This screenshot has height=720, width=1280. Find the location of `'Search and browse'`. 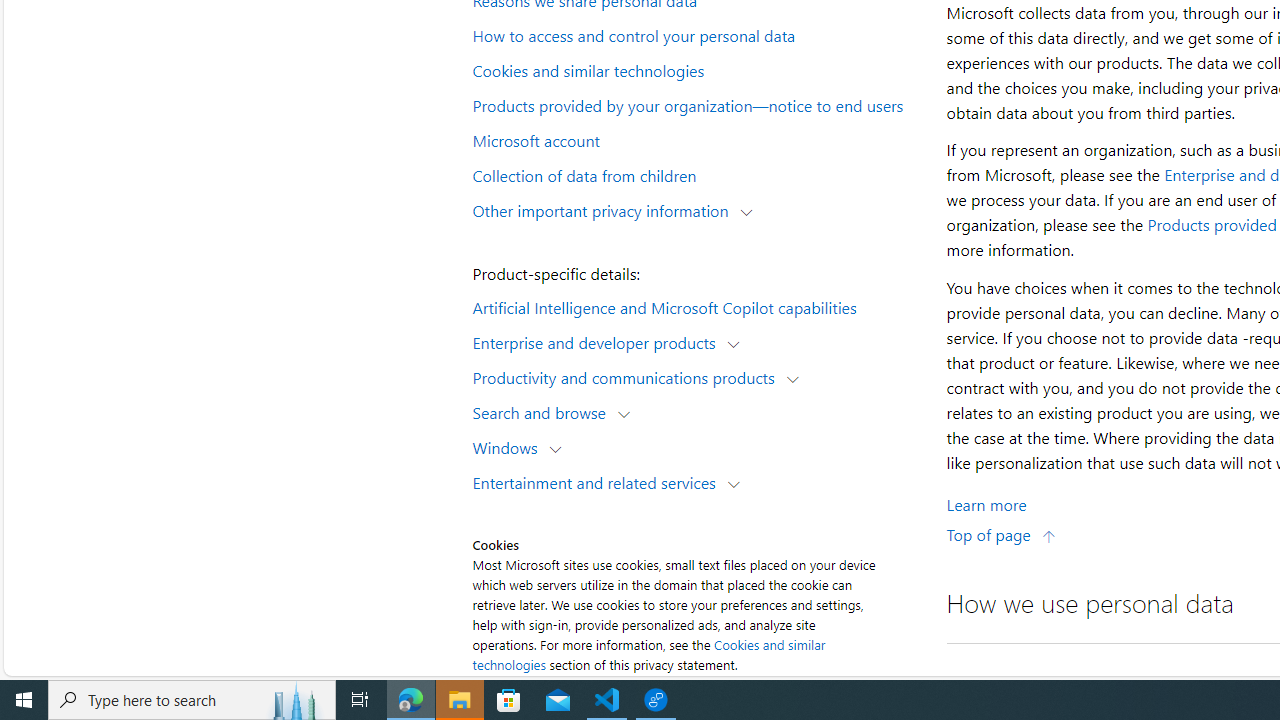

'Search and browse' is located at coordinates (544, 411).